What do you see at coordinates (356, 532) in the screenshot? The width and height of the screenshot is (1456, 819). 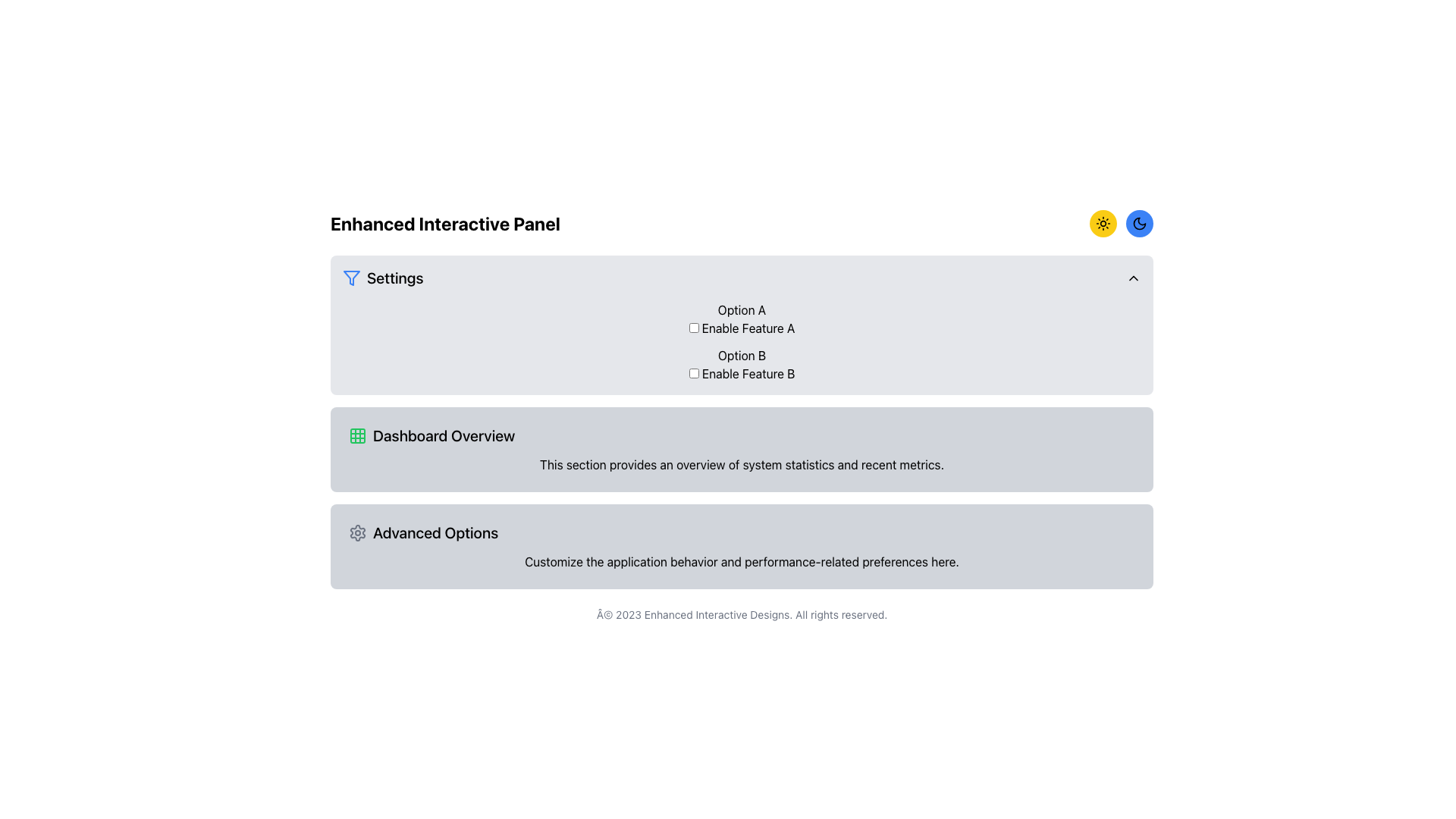 I see `the settings icon located in the top-right corner of the interface, which serves as a visual indicator for adjustments or preferences` at bounding box center [356, 532].